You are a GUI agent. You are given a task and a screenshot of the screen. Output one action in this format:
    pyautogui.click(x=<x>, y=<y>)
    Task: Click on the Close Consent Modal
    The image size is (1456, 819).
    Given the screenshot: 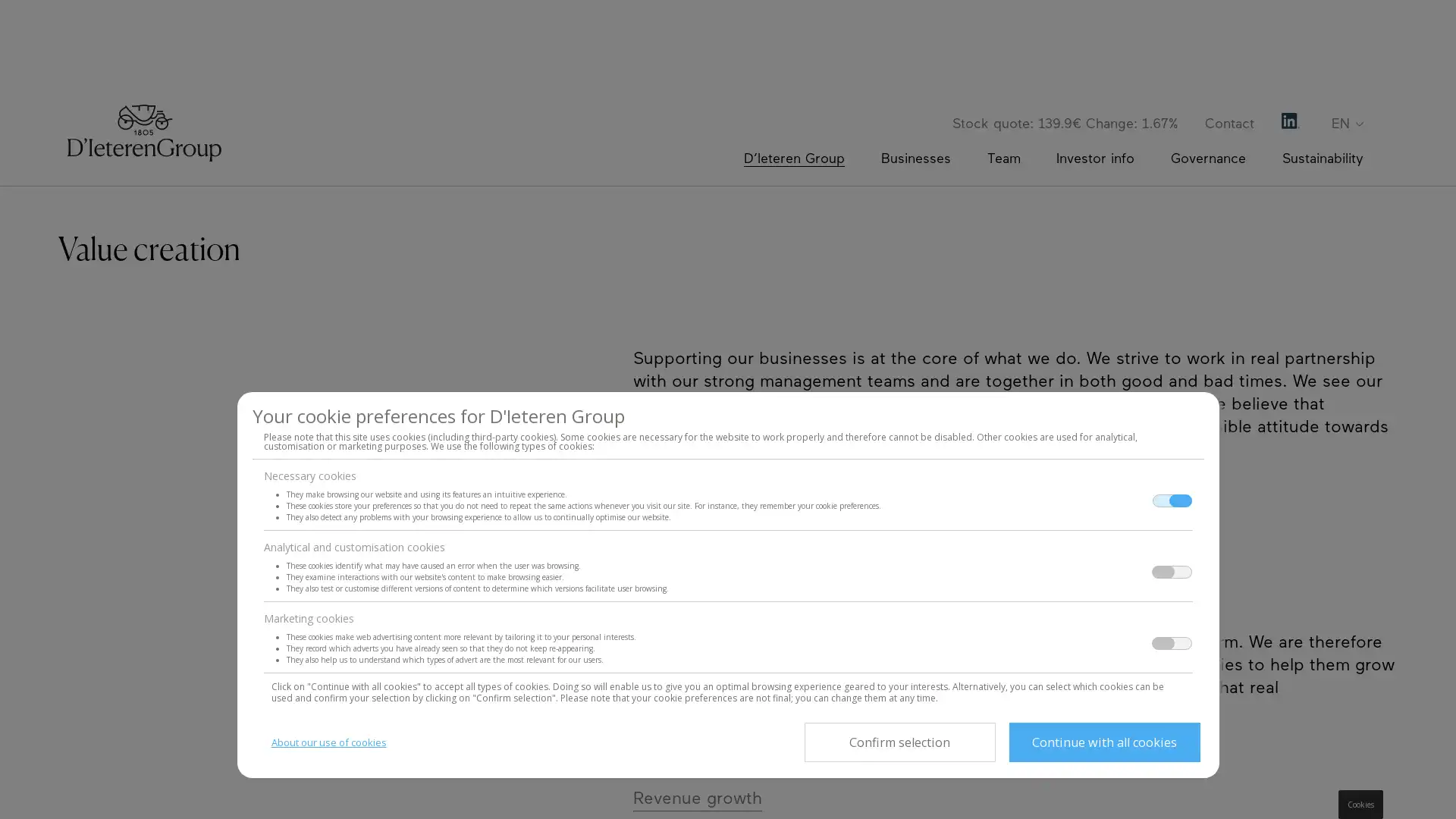 What is the action you would take?
    pyautogui.click(x=1103, y=742)
    